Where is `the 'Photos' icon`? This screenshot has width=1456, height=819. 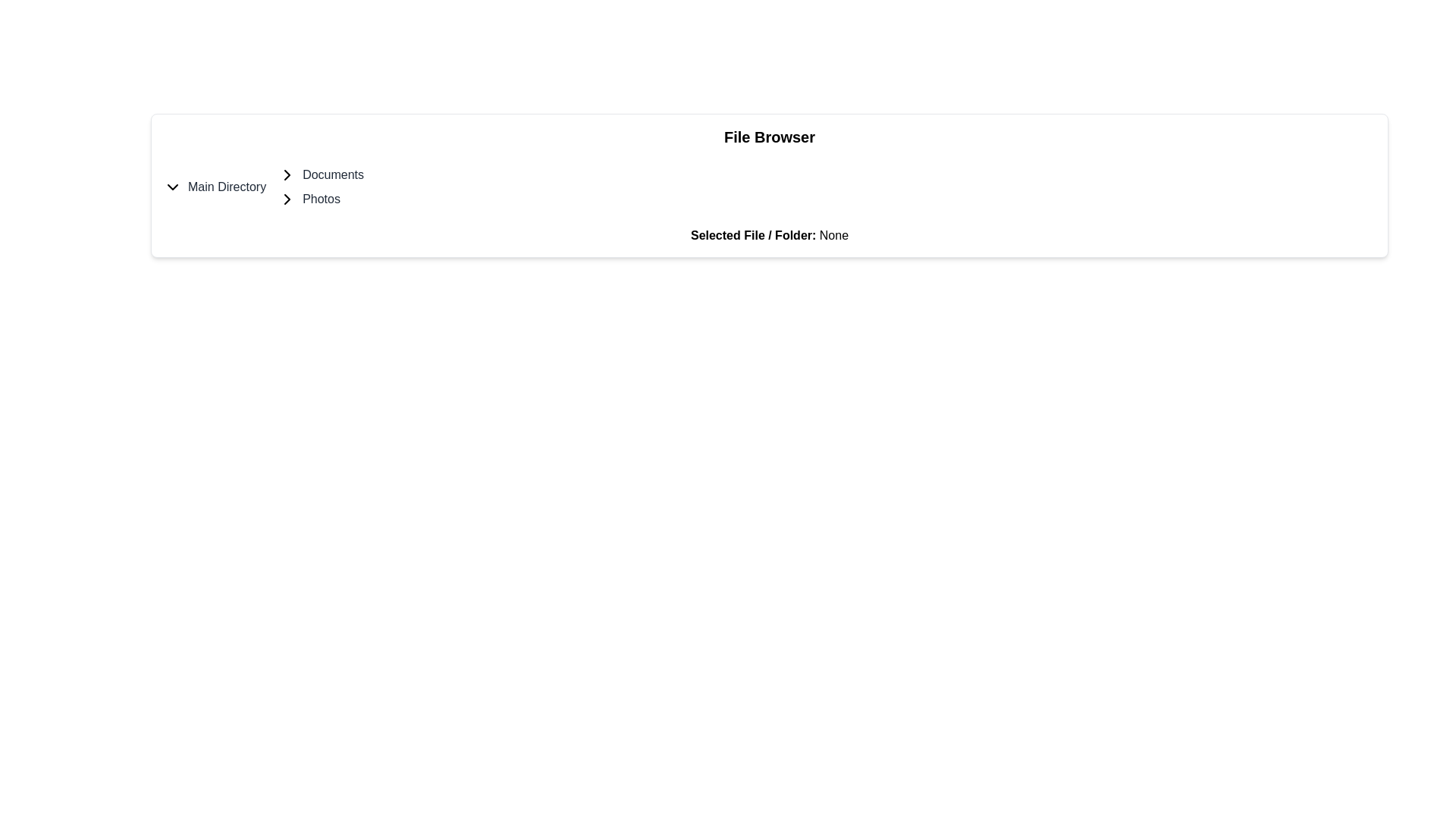
the 'Photos' icon is located at coordinates (287, 198).